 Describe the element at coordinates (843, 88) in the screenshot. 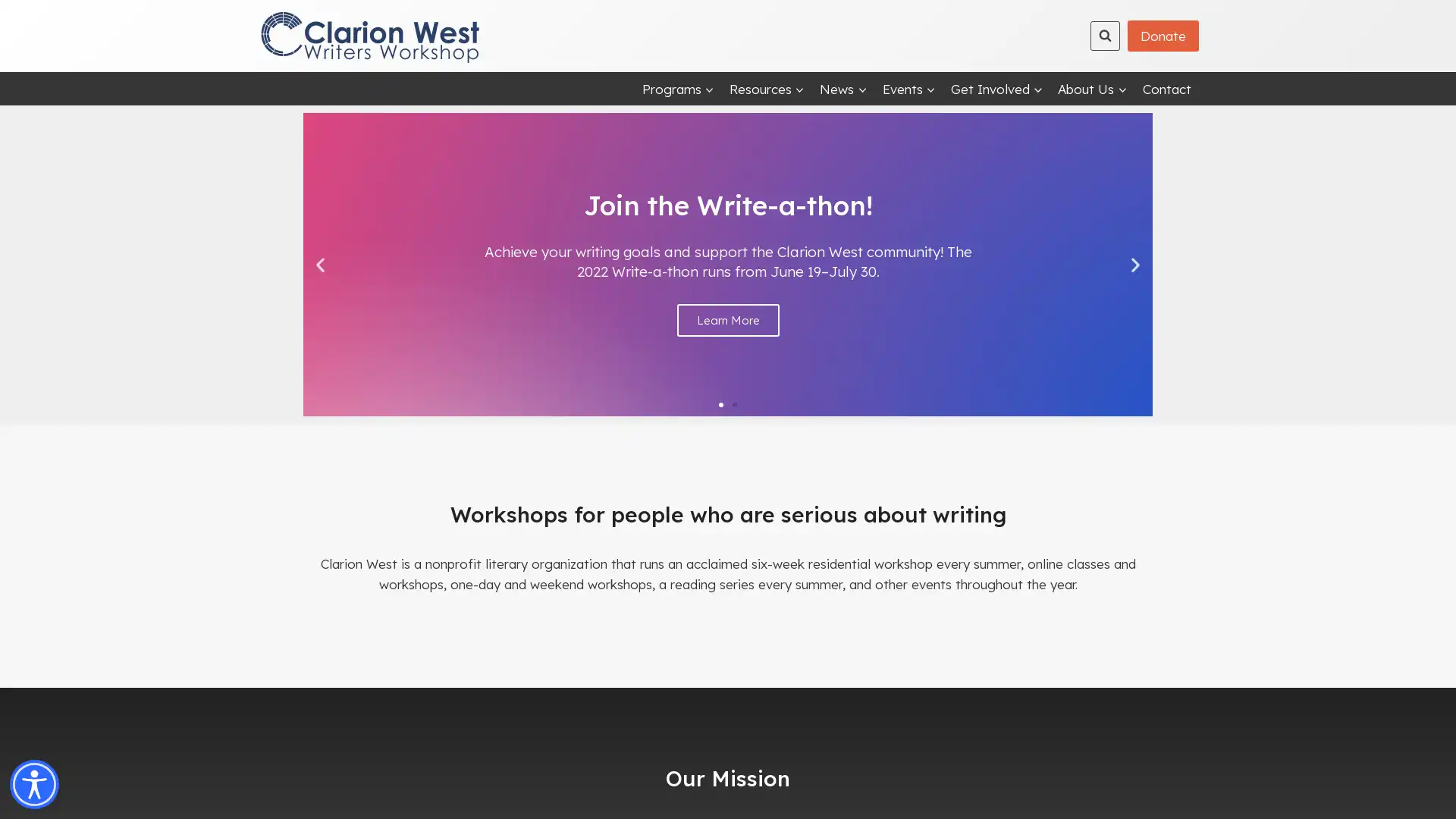

I see `Expand child menu` at that location.